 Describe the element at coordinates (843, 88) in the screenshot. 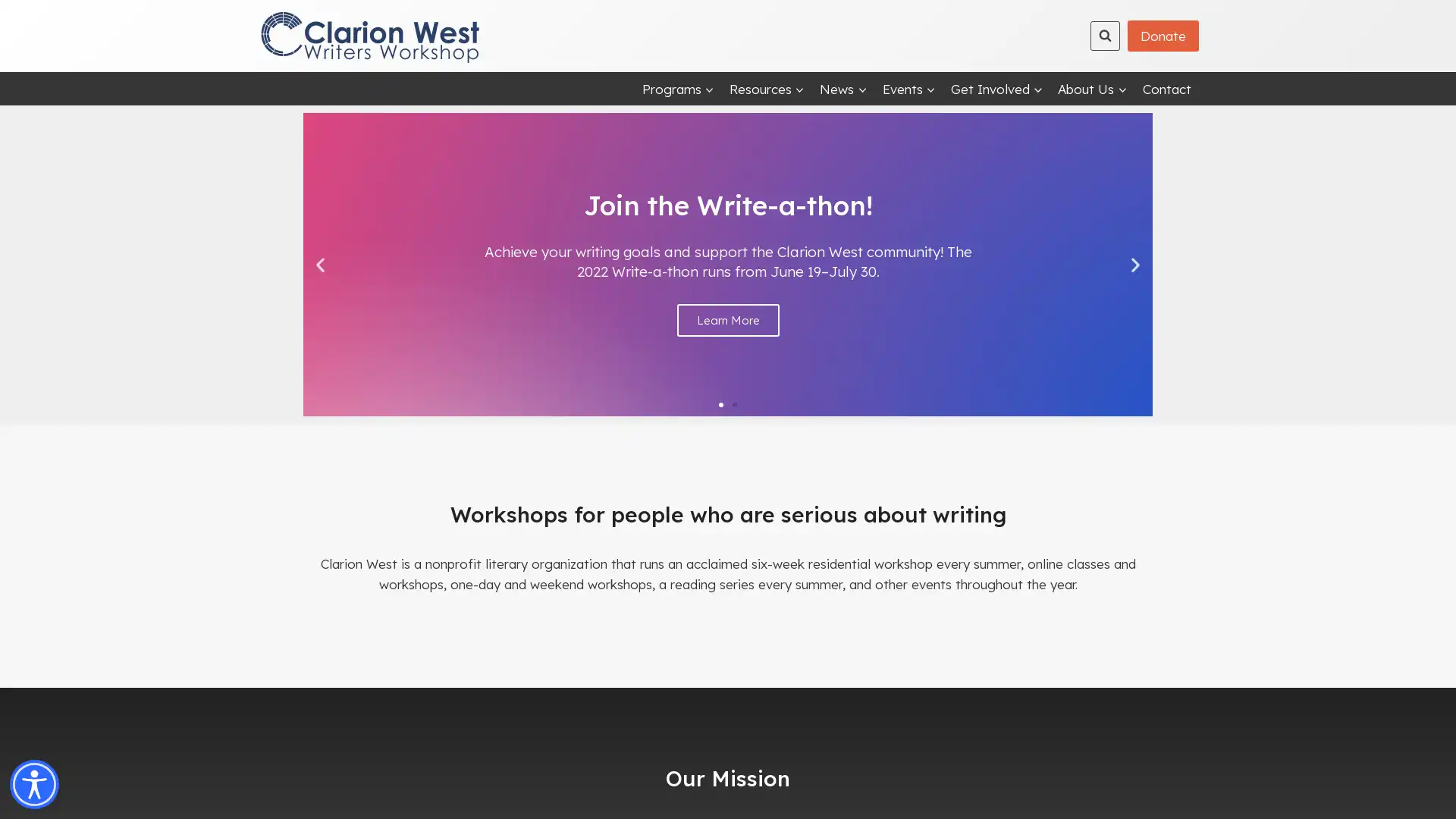

I see `Expand child menu` at that location.